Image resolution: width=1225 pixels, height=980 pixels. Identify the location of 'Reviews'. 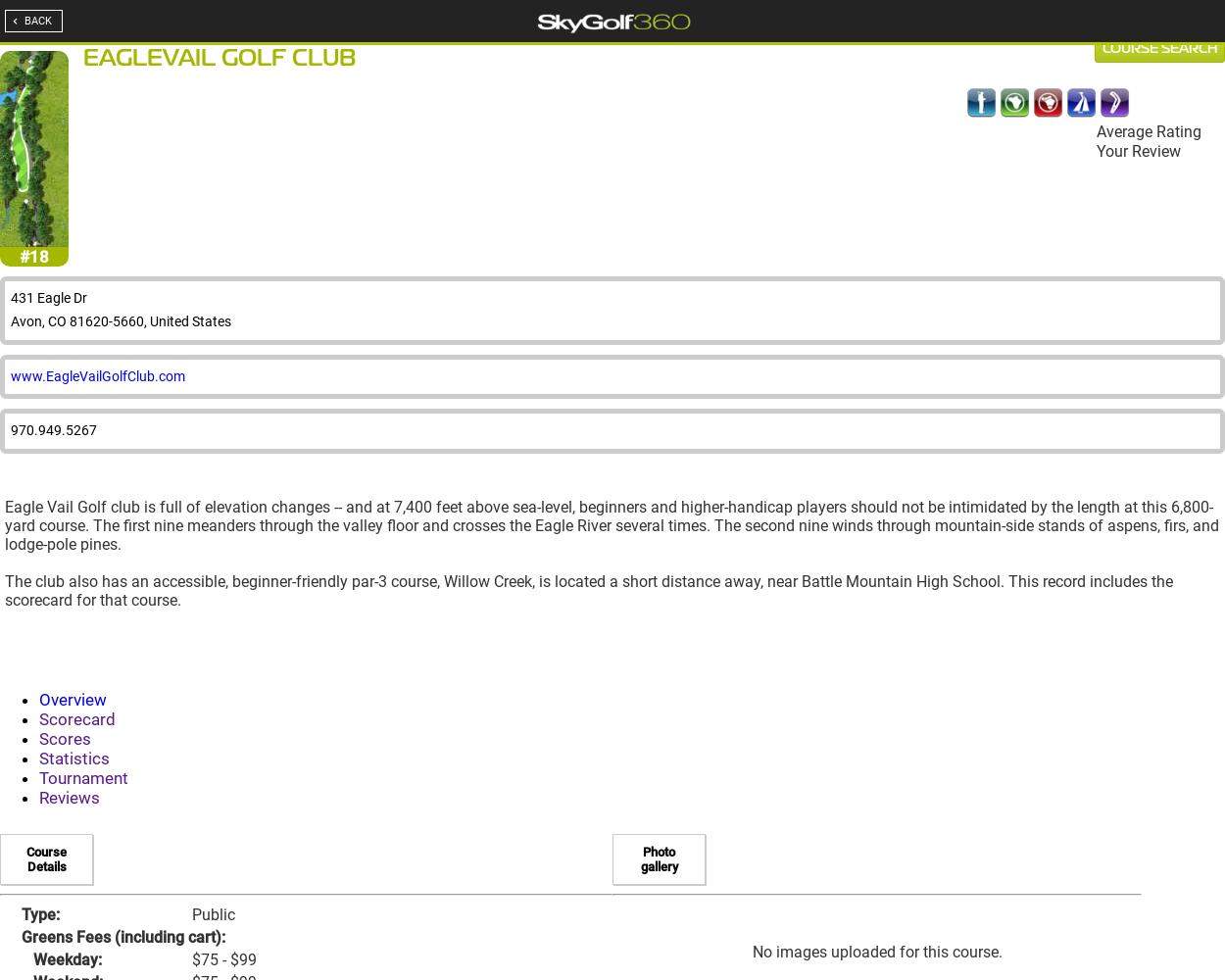
(69, 797).